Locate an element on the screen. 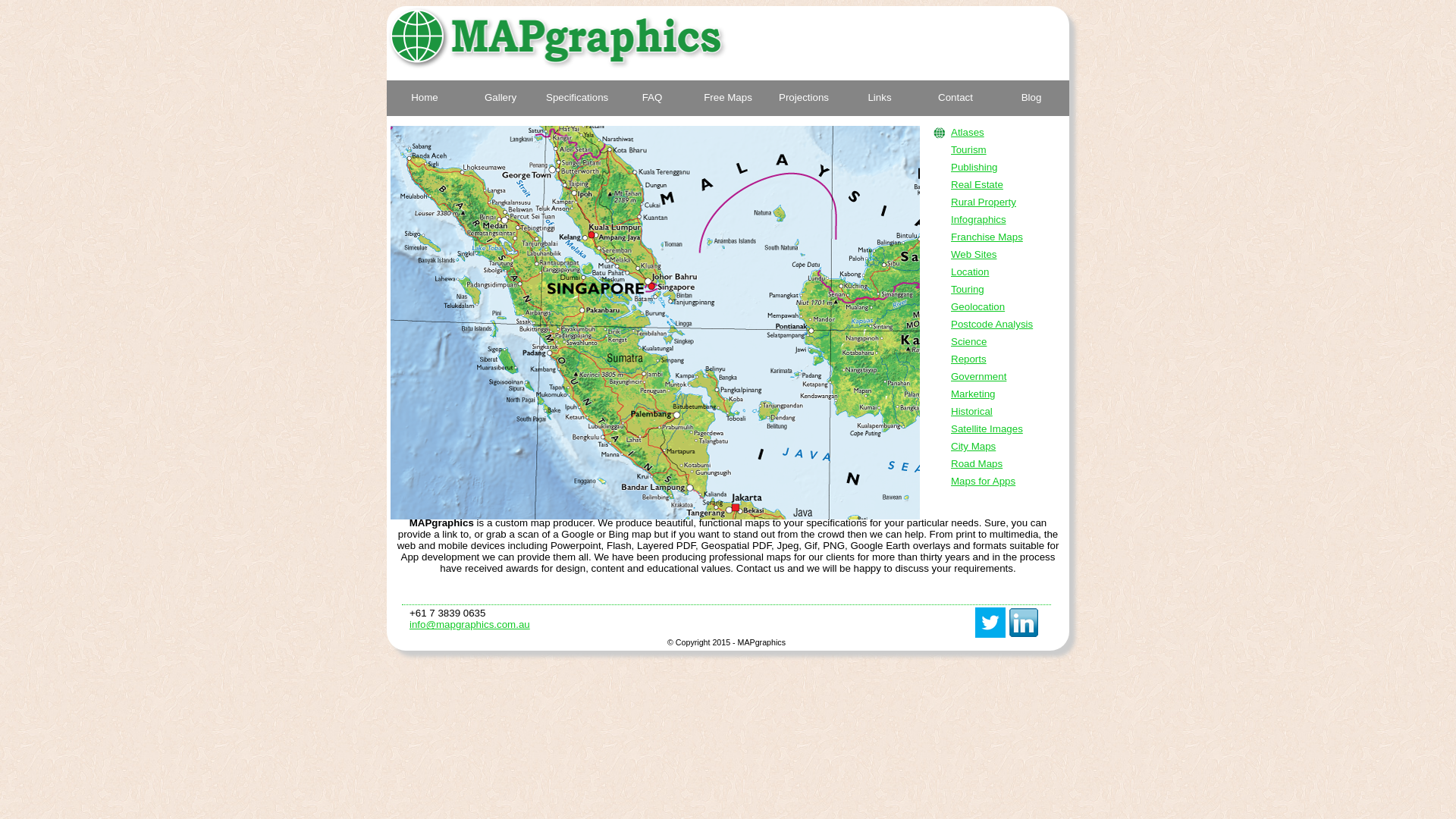  'Infographics' is located at coordinates (978, 219).